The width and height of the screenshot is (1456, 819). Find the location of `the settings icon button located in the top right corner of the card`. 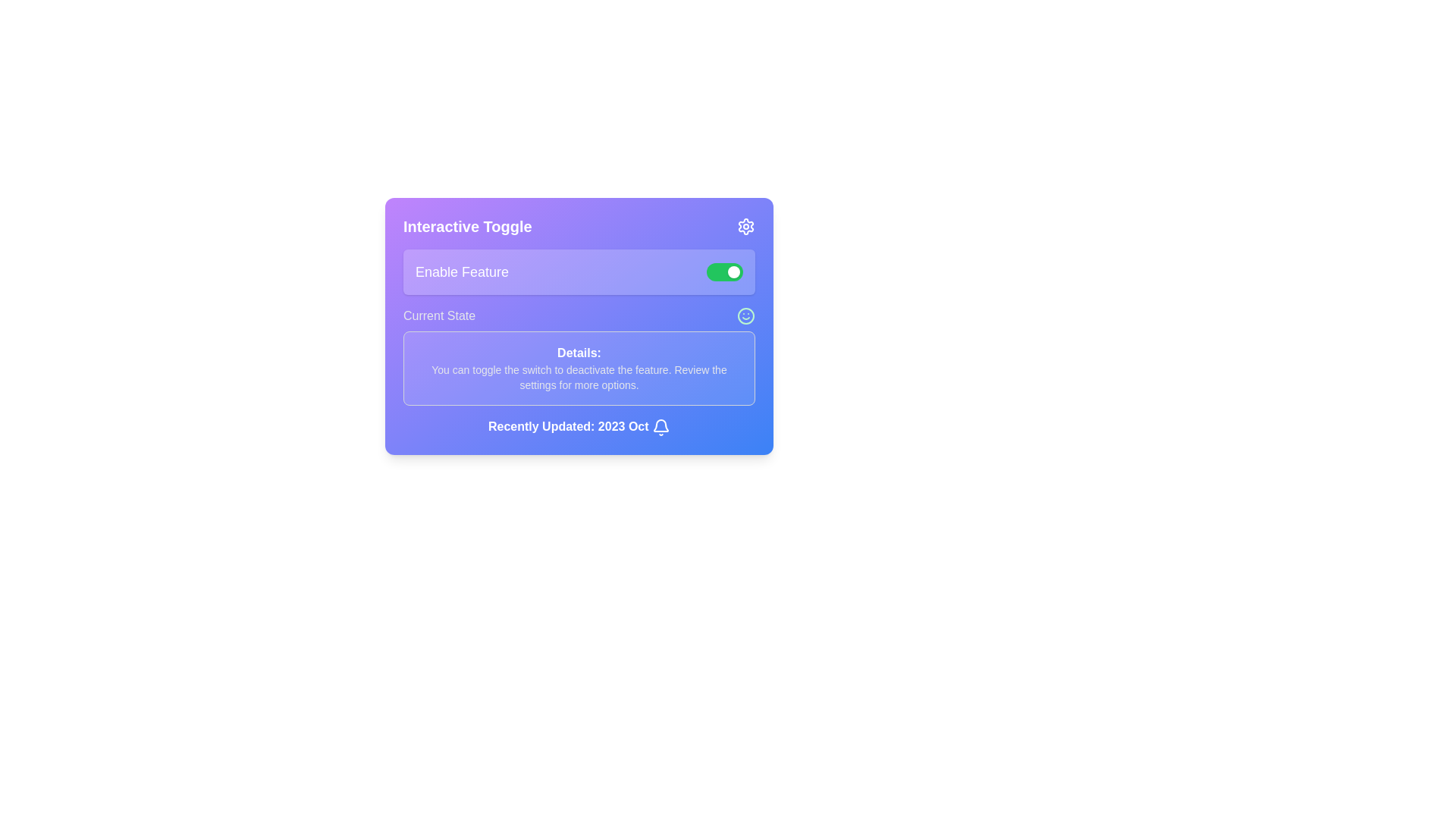

the settings icon button located in the top right corner of the card is located at coordinates (745, 227).